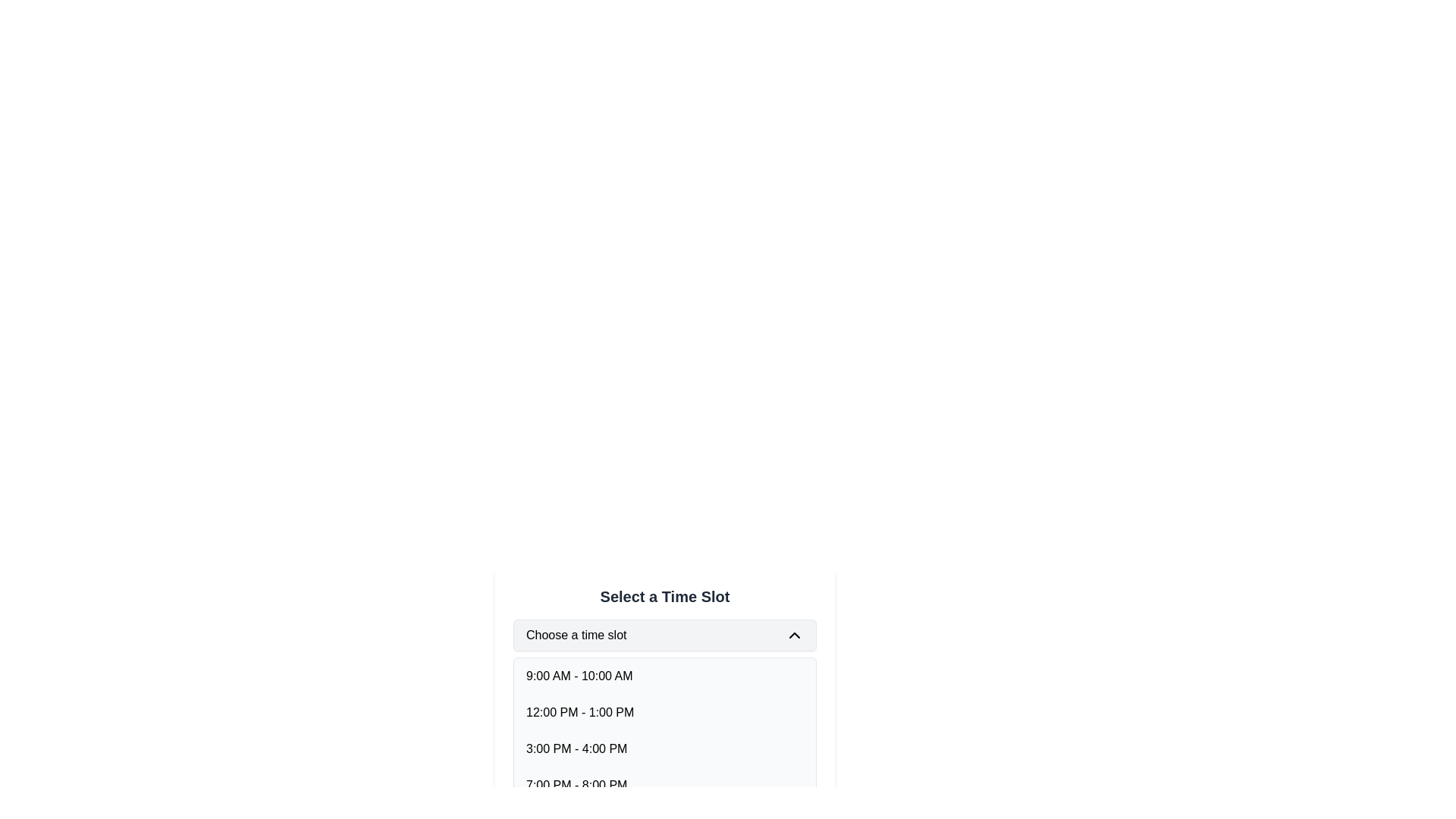 The image size is (1456, 819). Describe the element at coordinates (576, 785) in the screenshot. I see `the fourth option in the dropdown menu titled 'Select a Time Slot'` at that location.